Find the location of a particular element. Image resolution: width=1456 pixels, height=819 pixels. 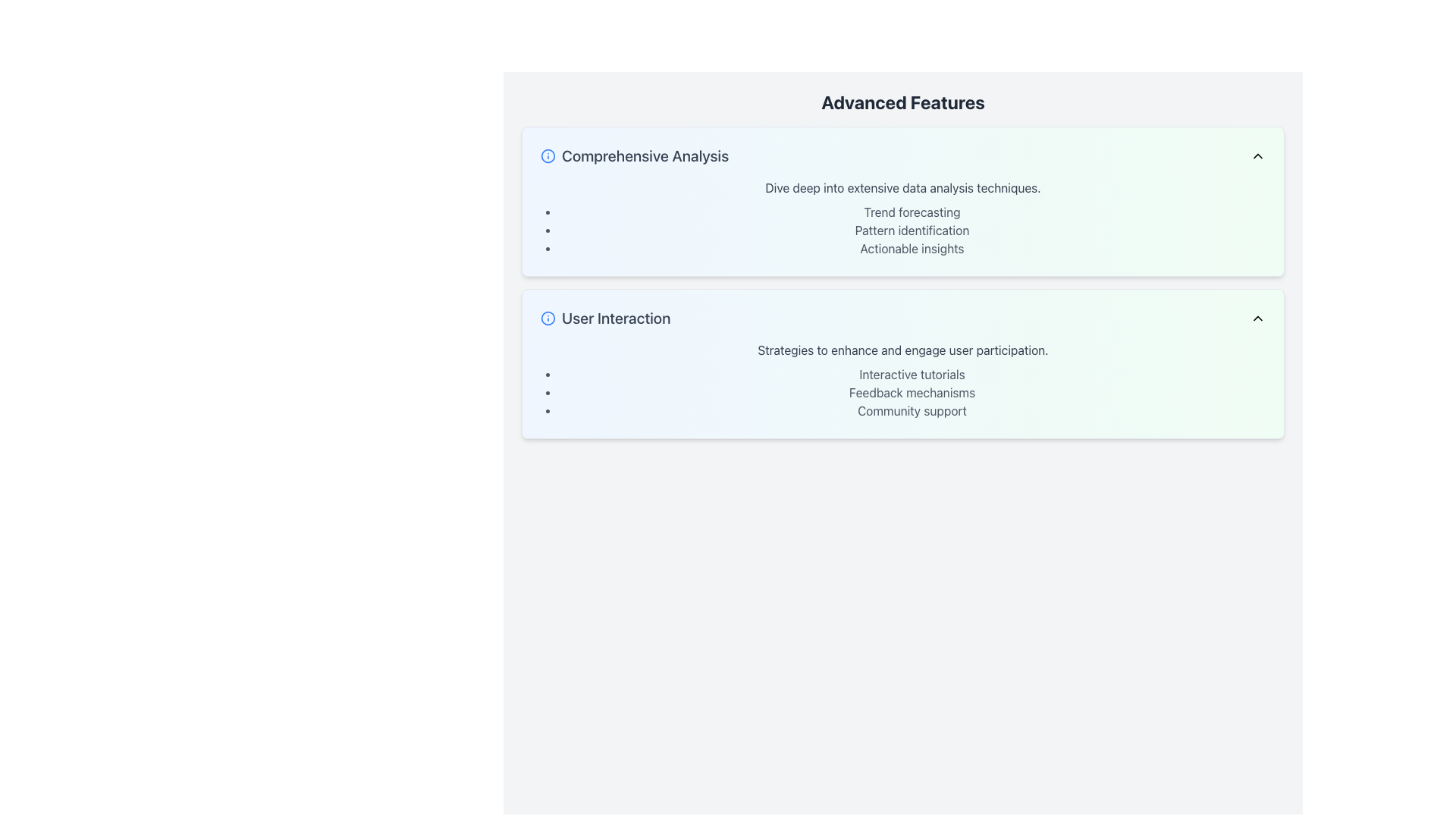

text content of the bulleted list in the second major text block located in the lower part of the 'User Interaction' card in the 'Advanced Features' section is located at coordinates (902, 379).